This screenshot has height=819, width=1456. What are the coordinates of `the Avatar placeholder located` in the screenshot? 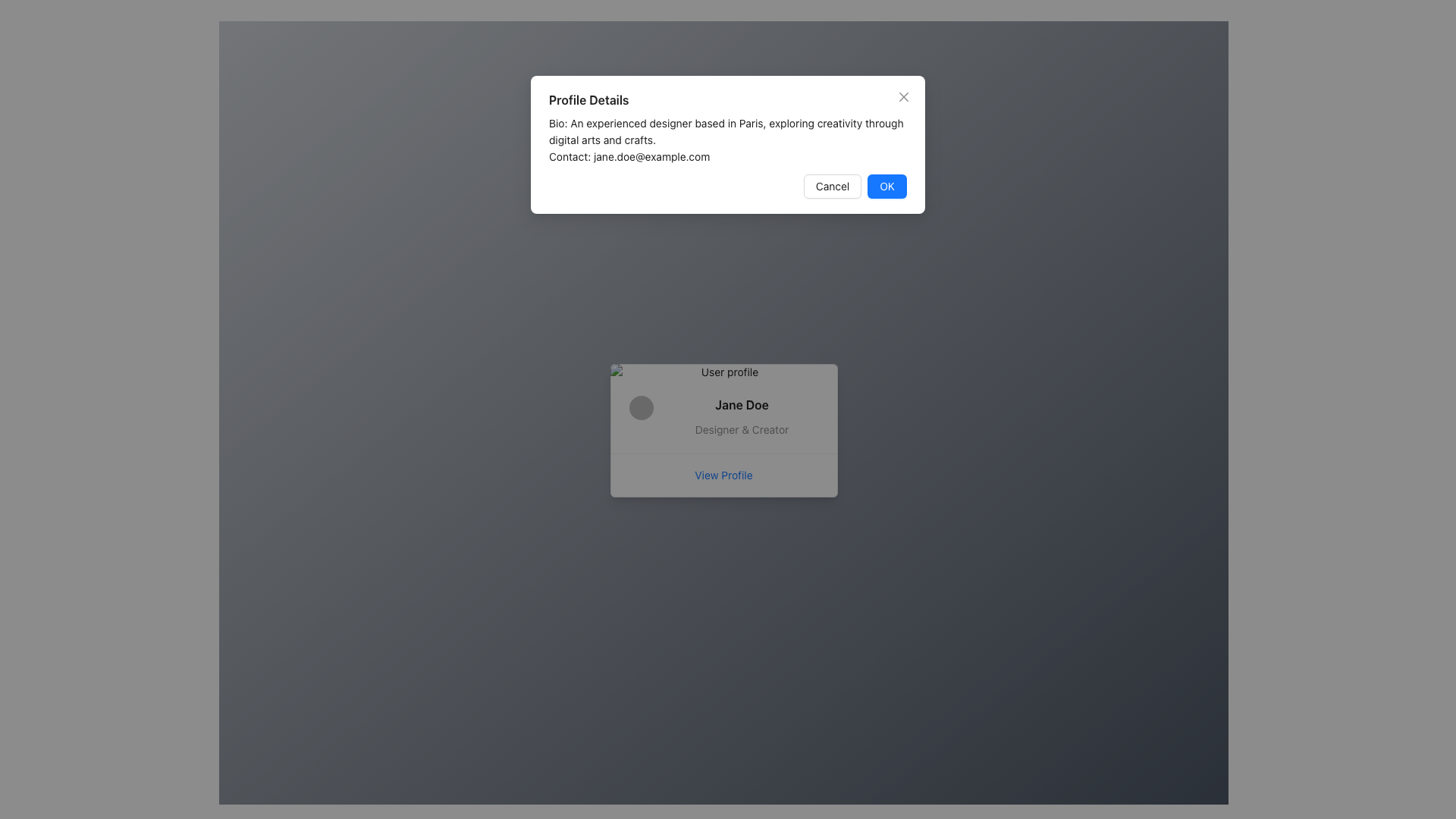 It's located at (641, 407).